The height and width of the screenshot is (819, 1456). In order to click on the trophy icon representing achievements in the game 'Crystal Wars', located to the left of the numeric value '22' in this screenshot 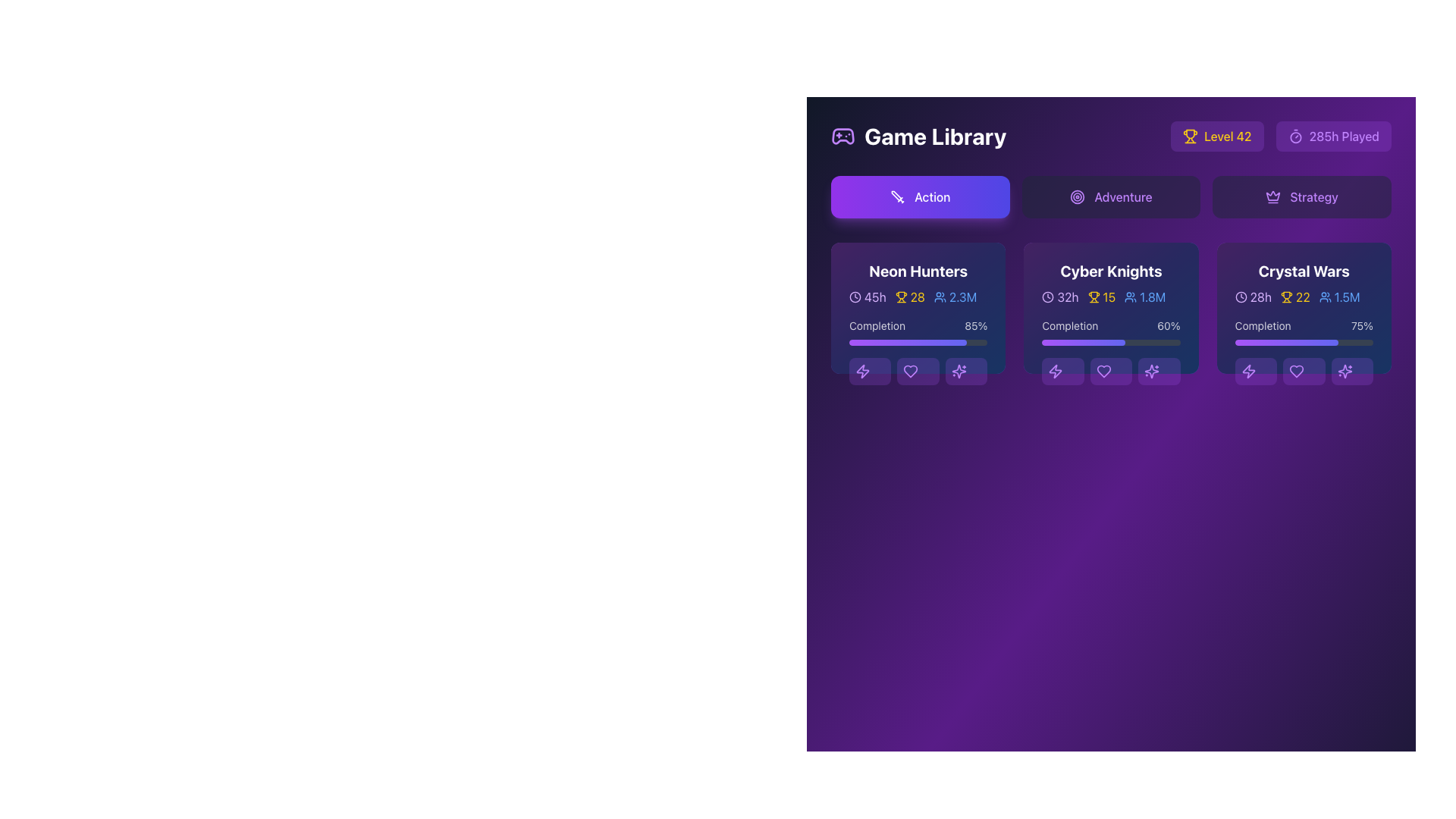, I will do `click(1286, 297)`.